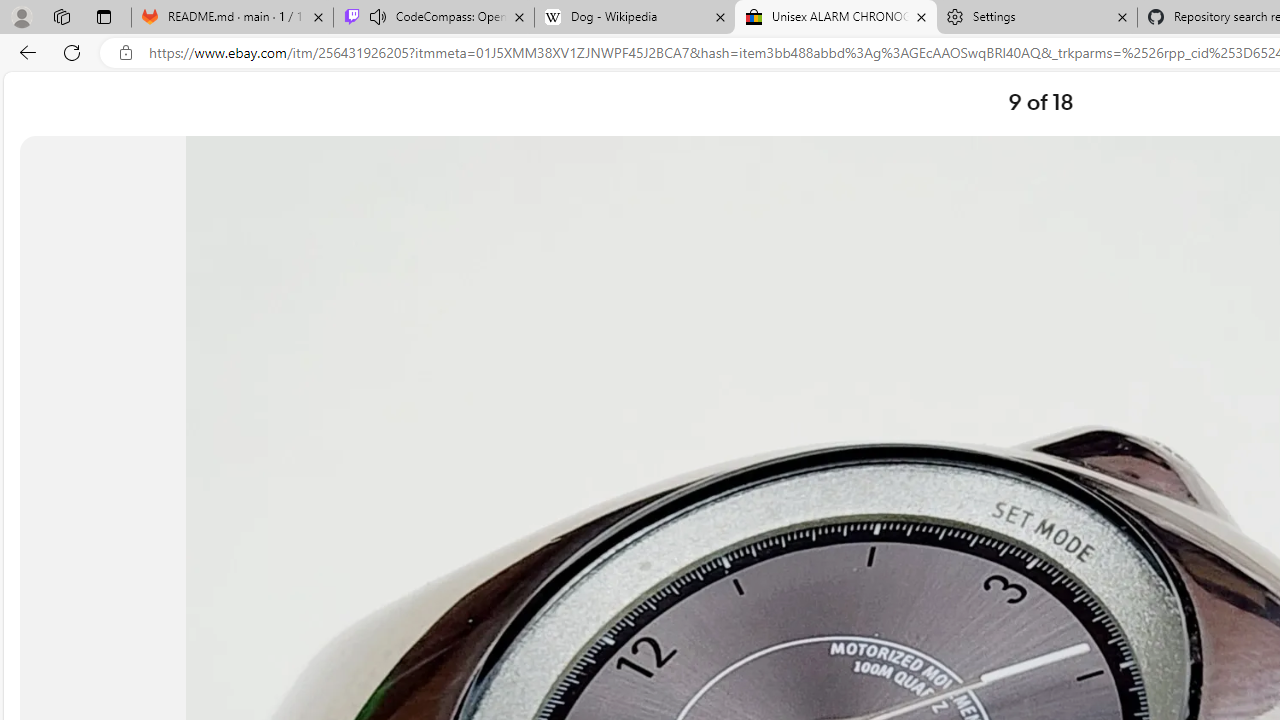 The width and height of the screenshot is (1280, 720). What do you see at coordinates (125, 52) in the screenshot?
I see `'View site information'` at bounding box center [125, 52].